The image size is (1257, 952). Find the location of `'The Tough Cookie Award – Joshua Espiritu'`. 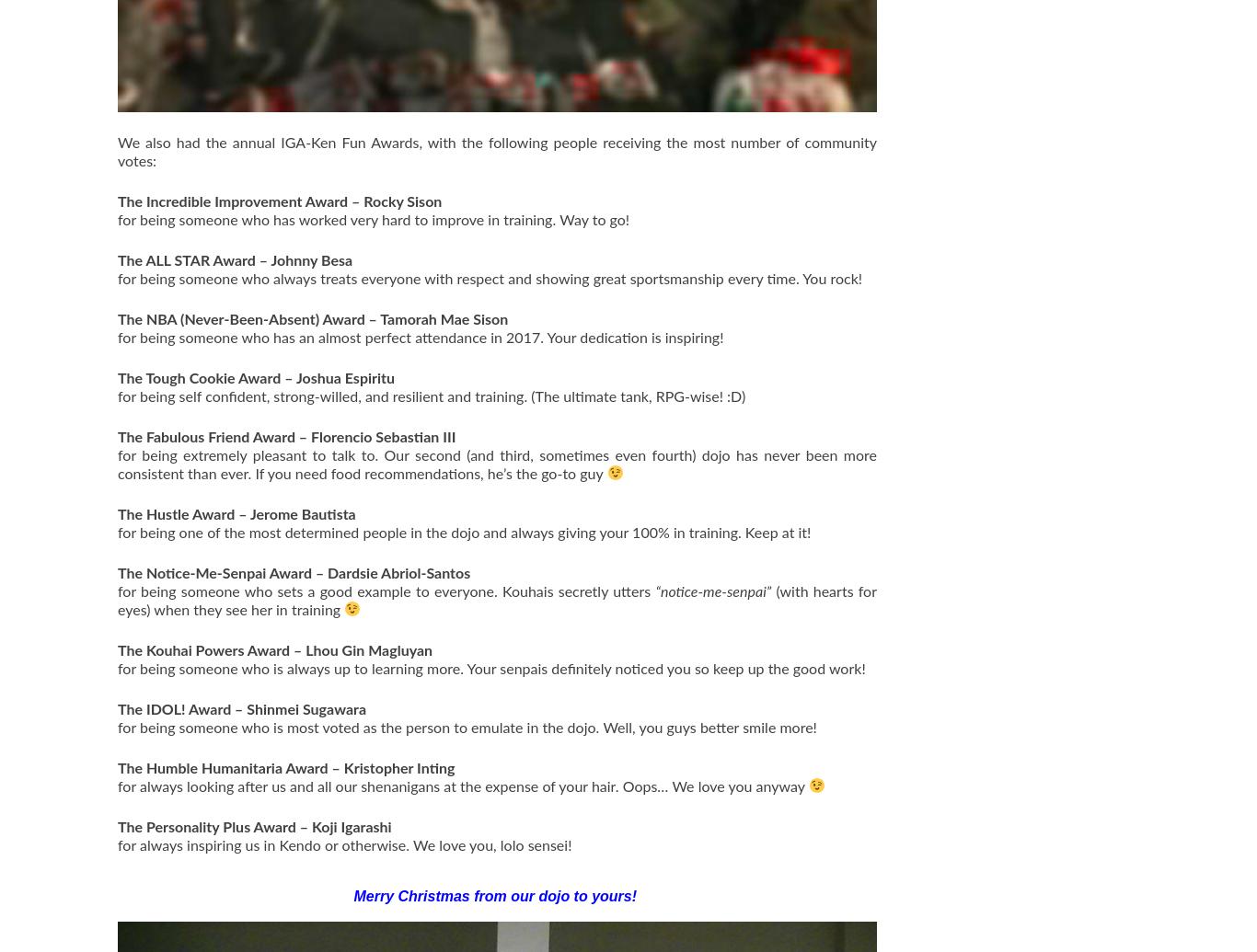

'The Tough Cookie Award – Joshua Espiritu' is located at coordinates (116, 377).